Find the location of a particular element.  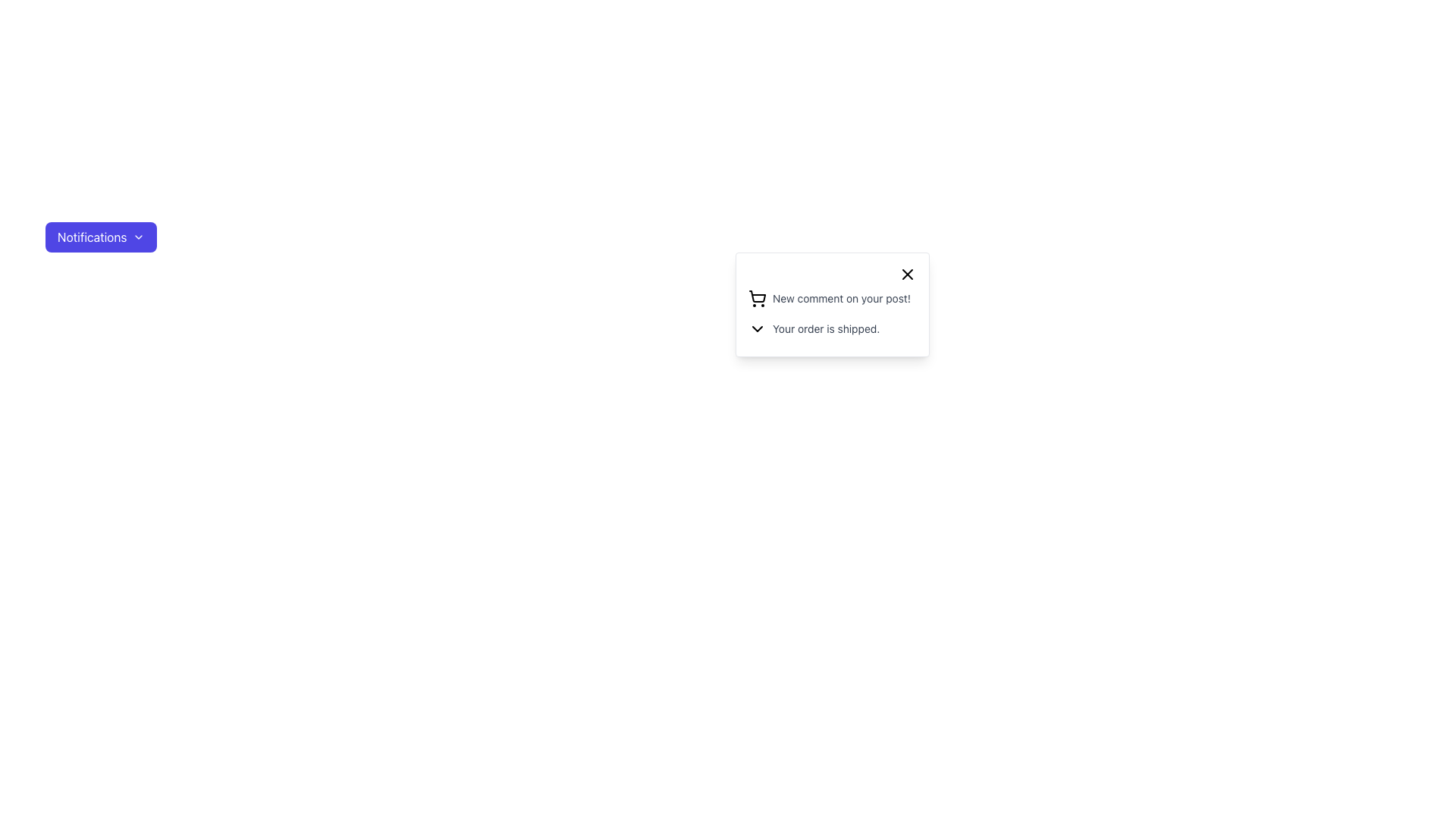

the text element displaying 'Your order is shipped.' in a notification dropdown is located at coordinates (825, 328).